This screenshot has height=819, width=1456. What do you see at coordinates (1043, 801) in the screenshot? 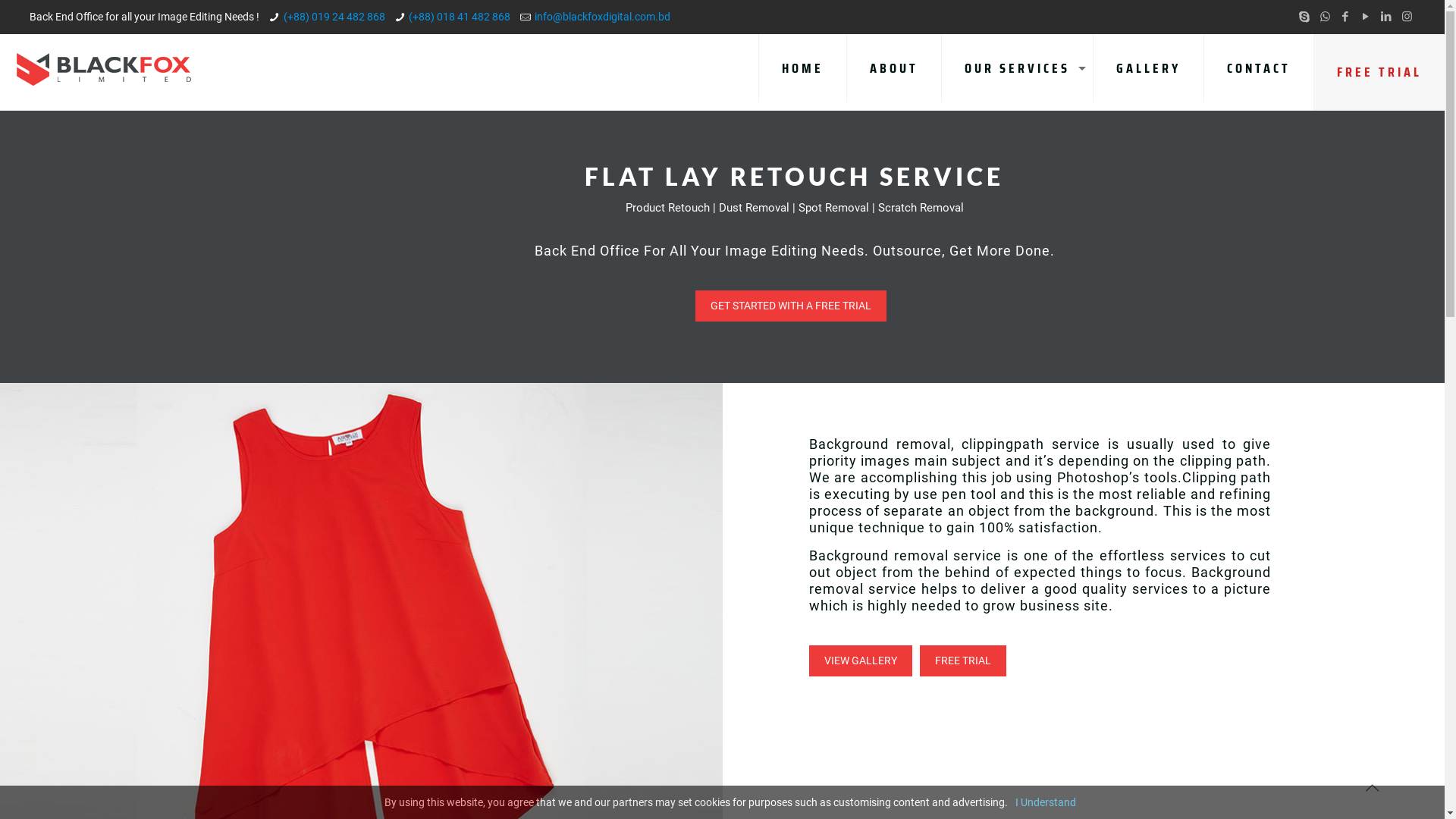
I see `'I Understand'` at bounding box center [1043, 801].